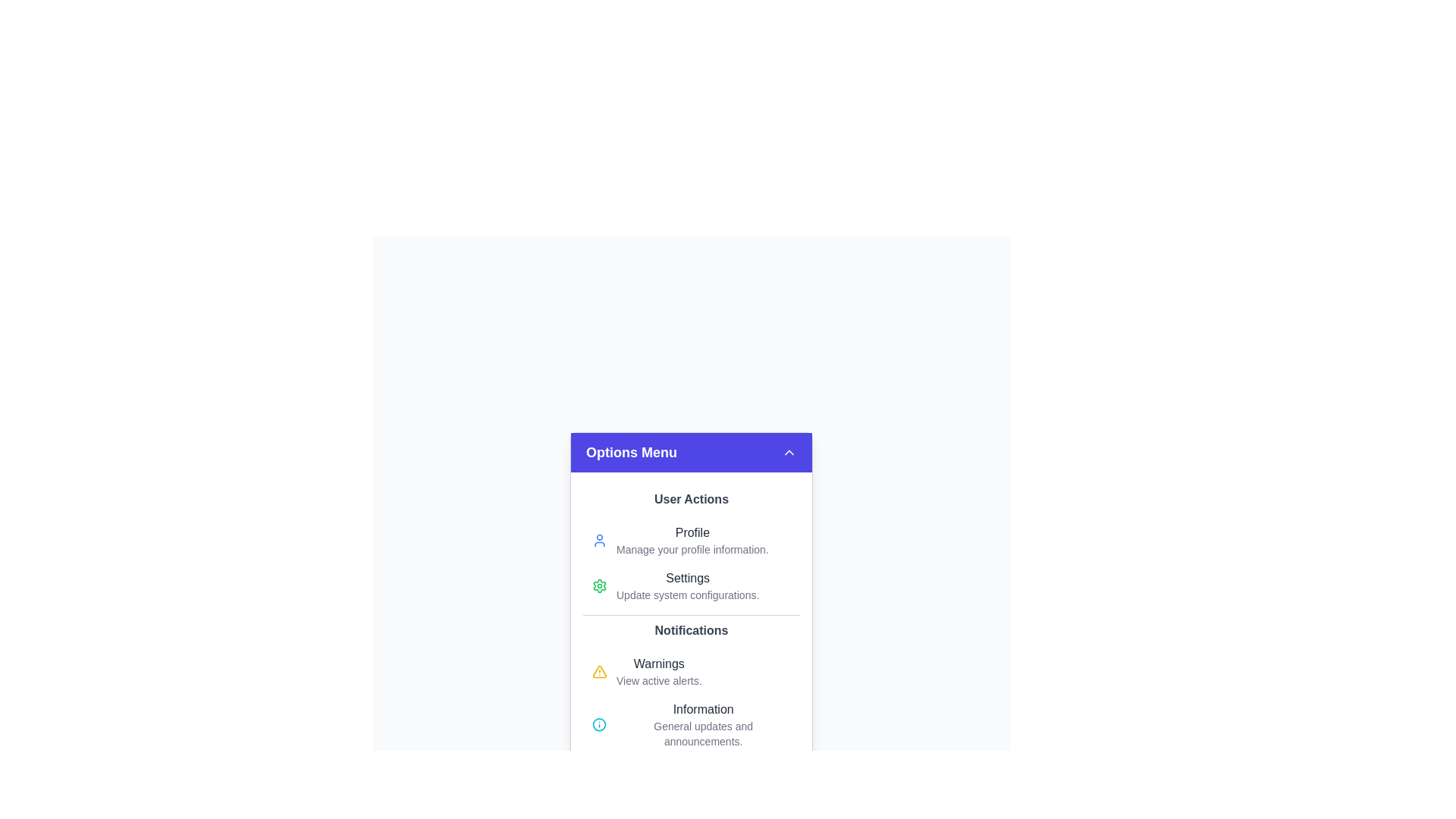 Image resolution: width=1456 pixels, height=819 pixels. What do you see at coordinates (691, 671) in the screenshot?
I see `the clickable list item labeled 'Warnings' with a warning icon, which is located under the 'Notifications' section in the menu` at bounding box center [691, 671].